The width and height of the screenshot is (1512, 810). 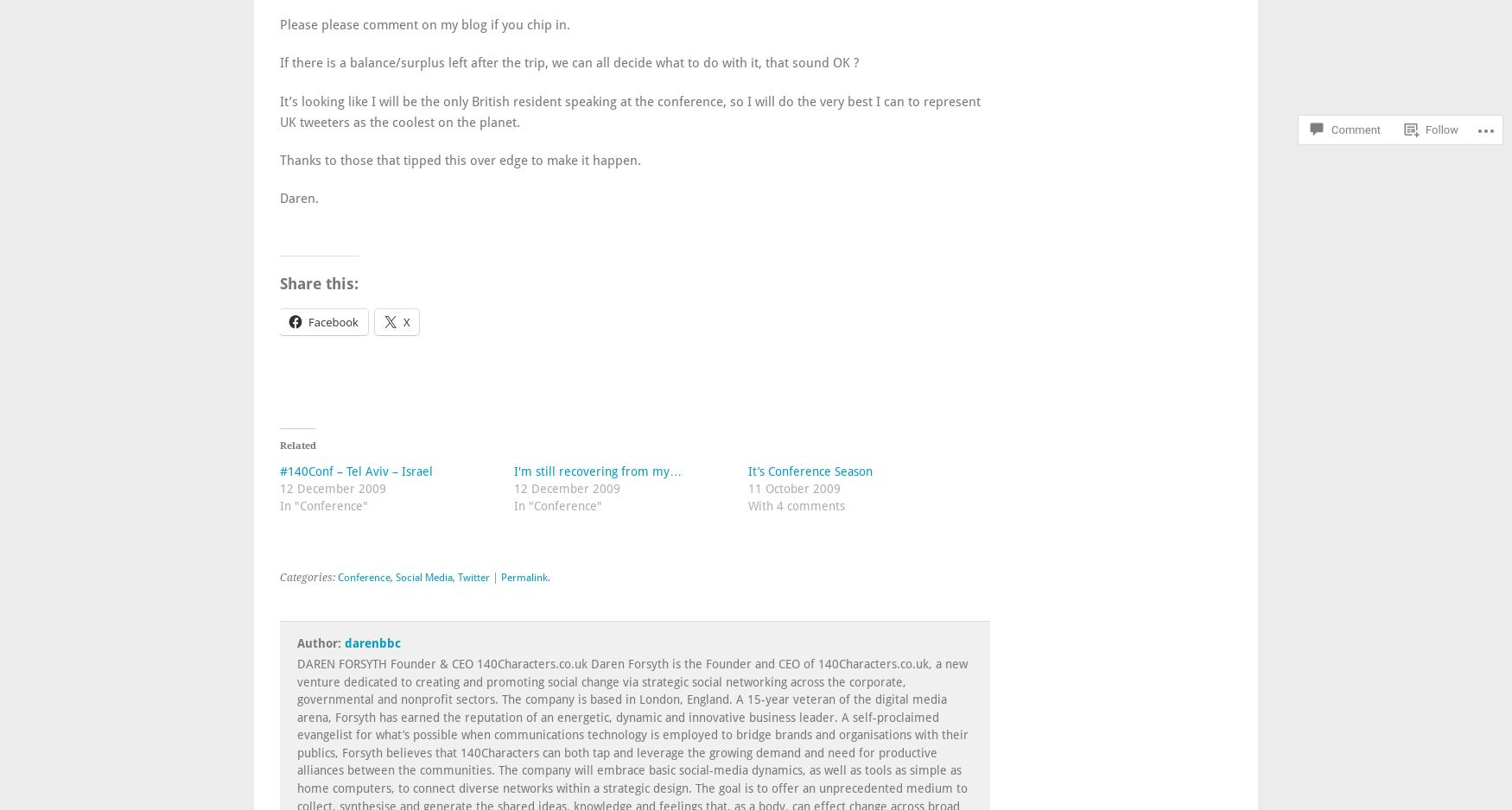 What do you see at coordinates (1440, 83) in the screenshot?
I see `'Follow'` at bounding box center [1440, 83].